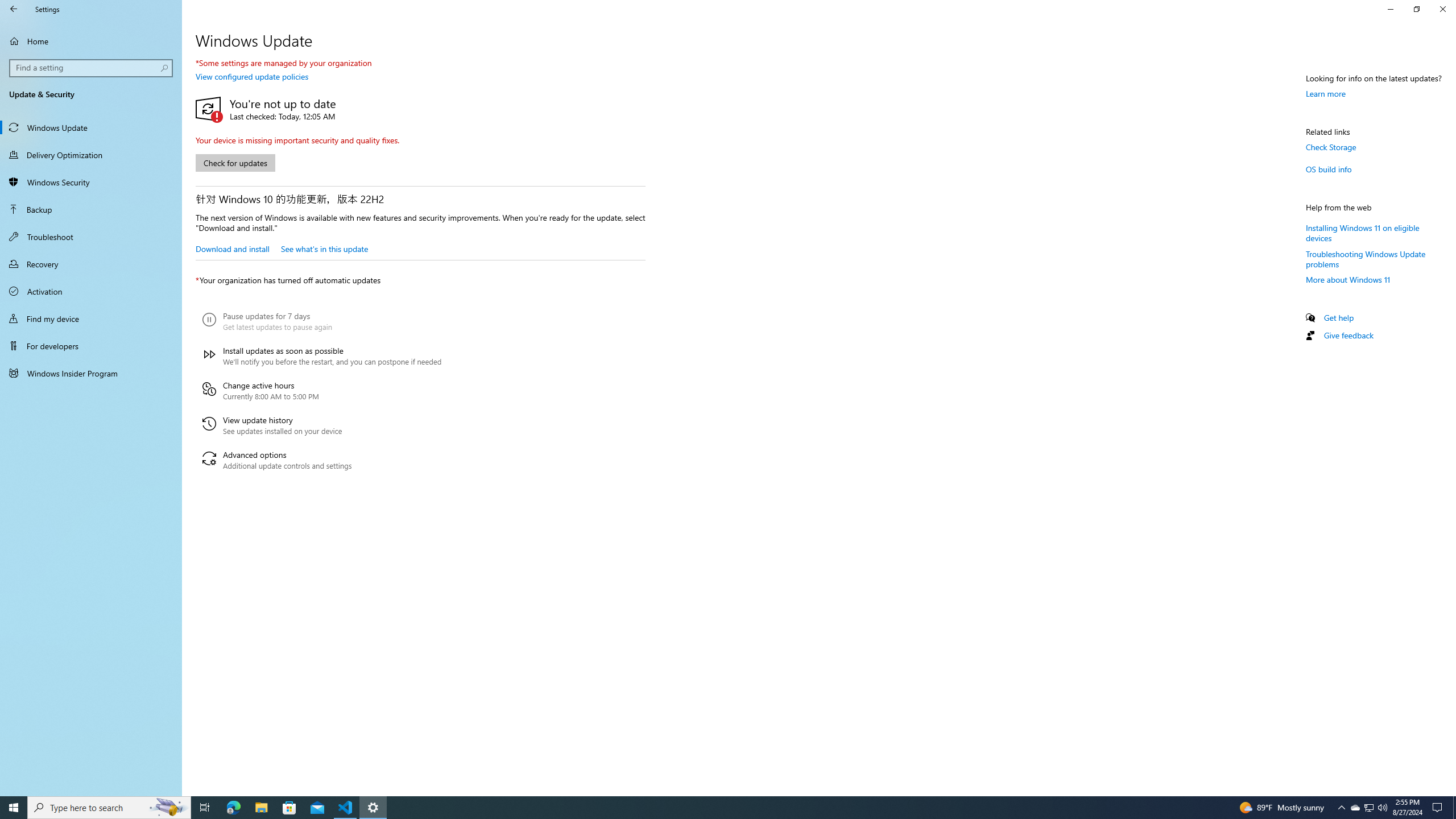 The image size is (1456, 819). What do you see at coordinates (1389, 9) in the screenshot?
I see `'Minimize Settings'` at bounding box center [1389, 9].